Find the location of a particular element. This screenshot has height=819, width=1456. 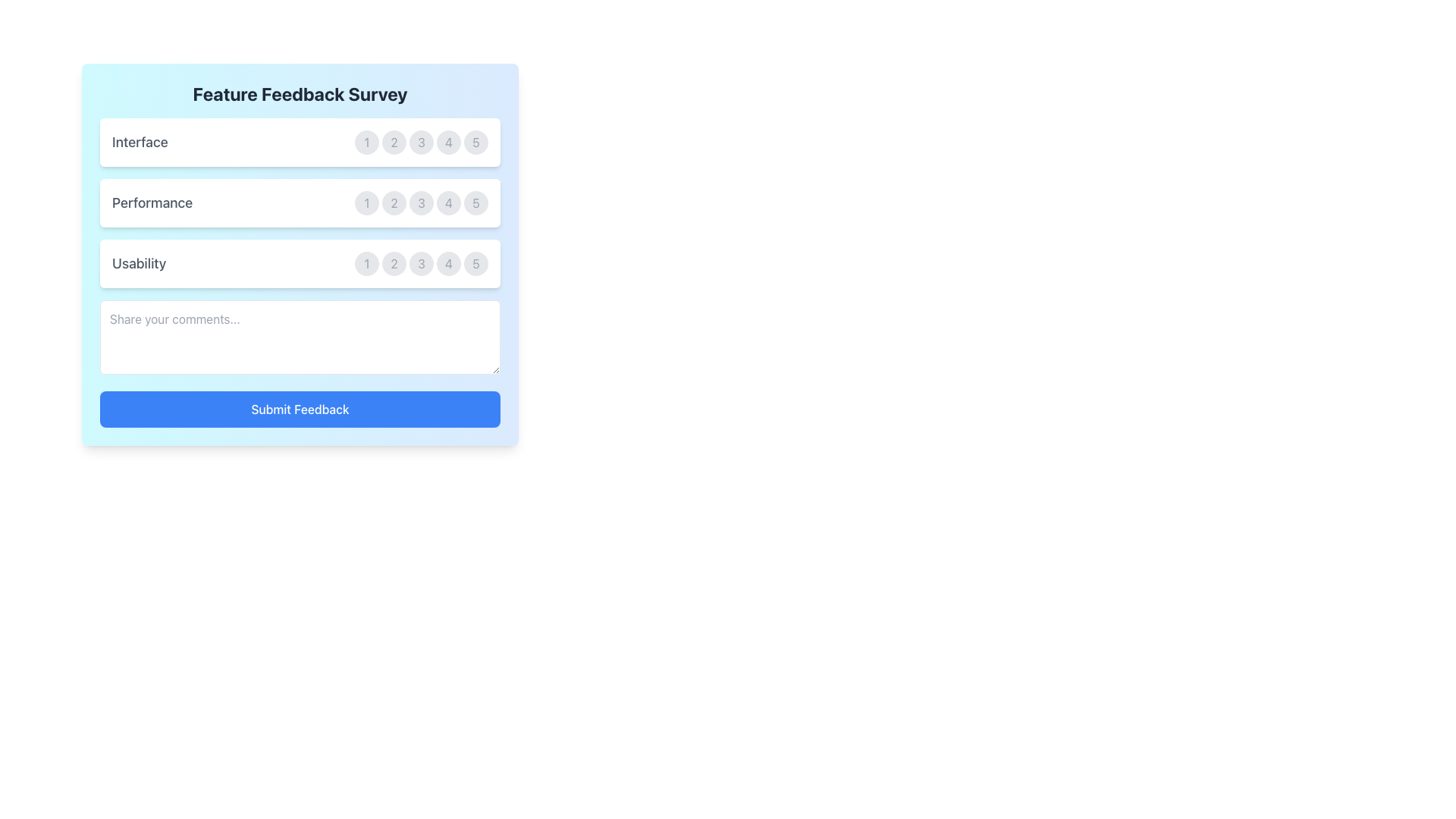

the third button representing a rating of 3 out of 5 in the Usability category of the survey card is located at coordinates (422, 262).